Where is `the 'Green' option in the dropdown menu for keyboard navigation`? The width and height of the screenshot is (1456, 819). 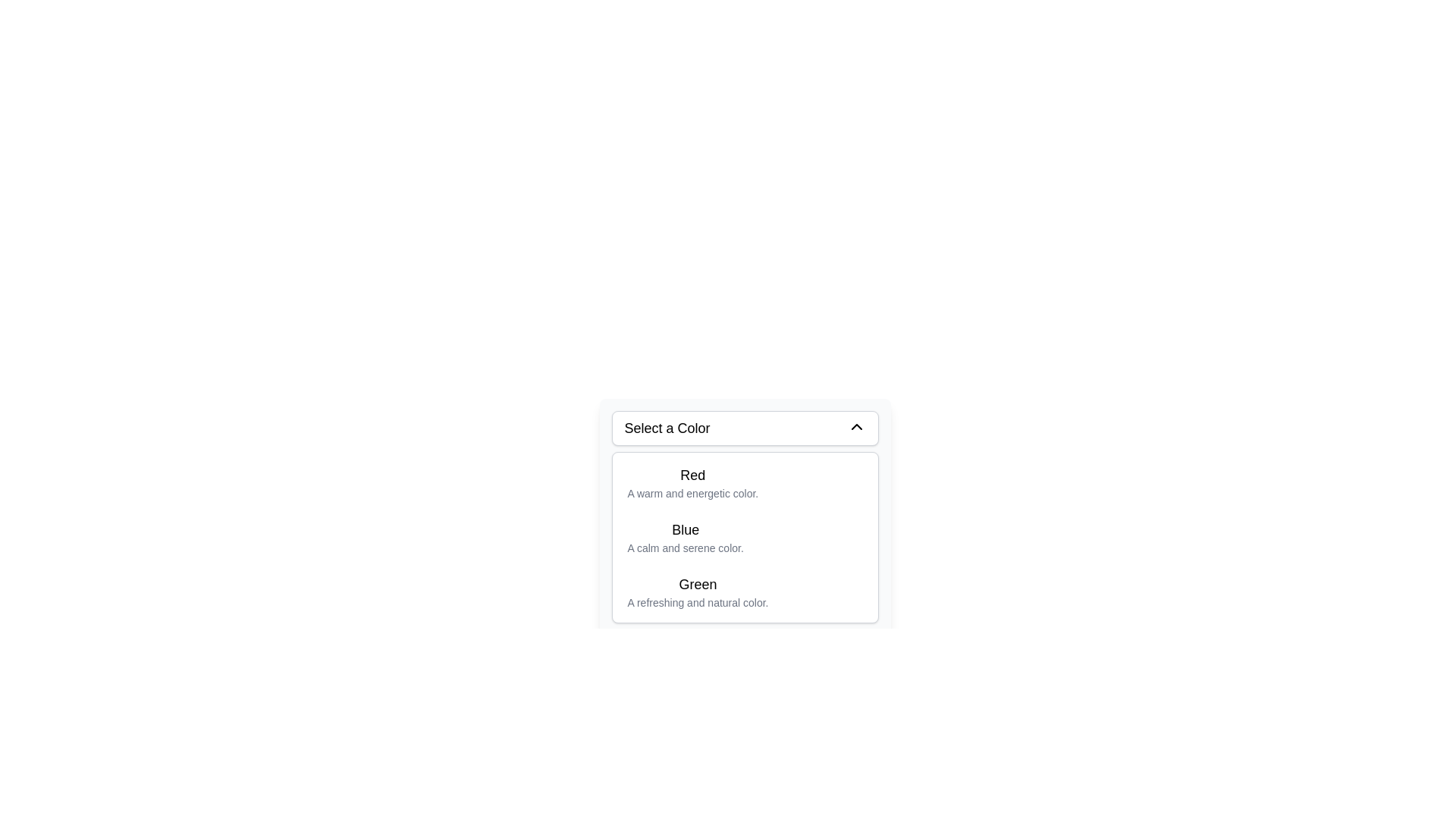 the 'Green' option in the dropdown menu for keyboard navigation is located at coordinates (745, 591).